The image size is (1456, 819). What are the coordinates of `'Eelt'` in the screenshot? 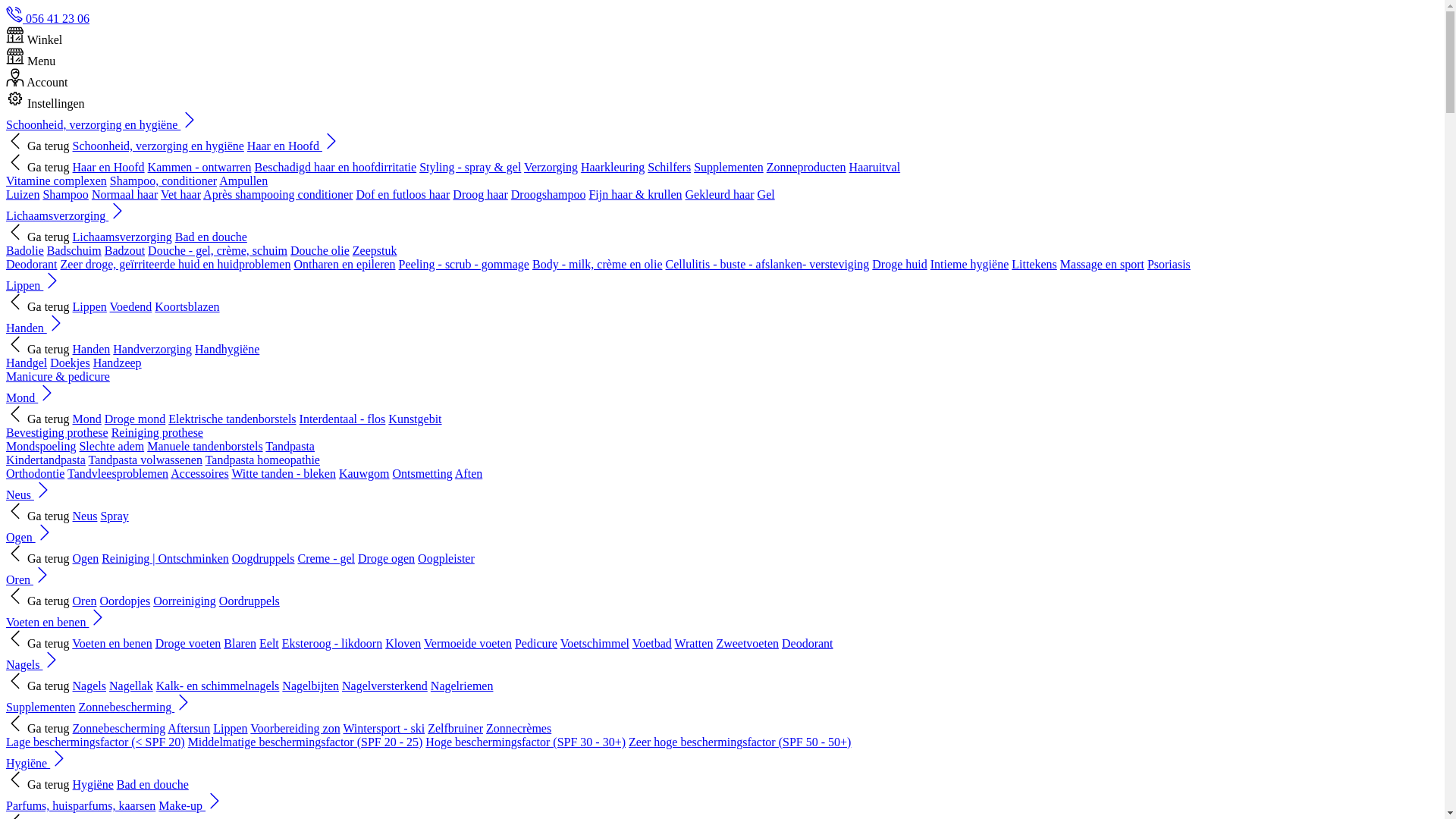 It's located at (269, 643).